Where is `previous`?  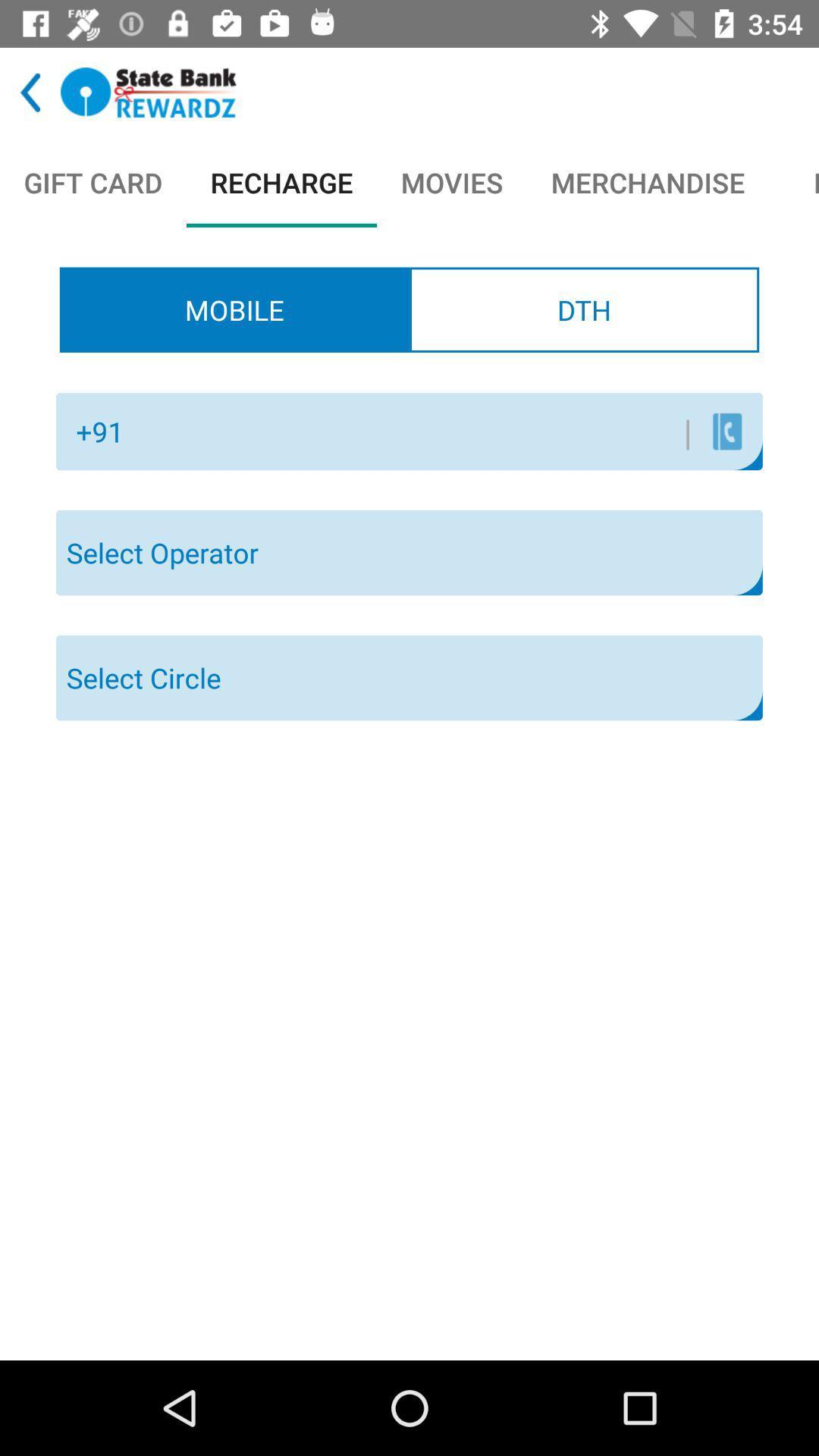
previous is located at coordinates (30, 92).